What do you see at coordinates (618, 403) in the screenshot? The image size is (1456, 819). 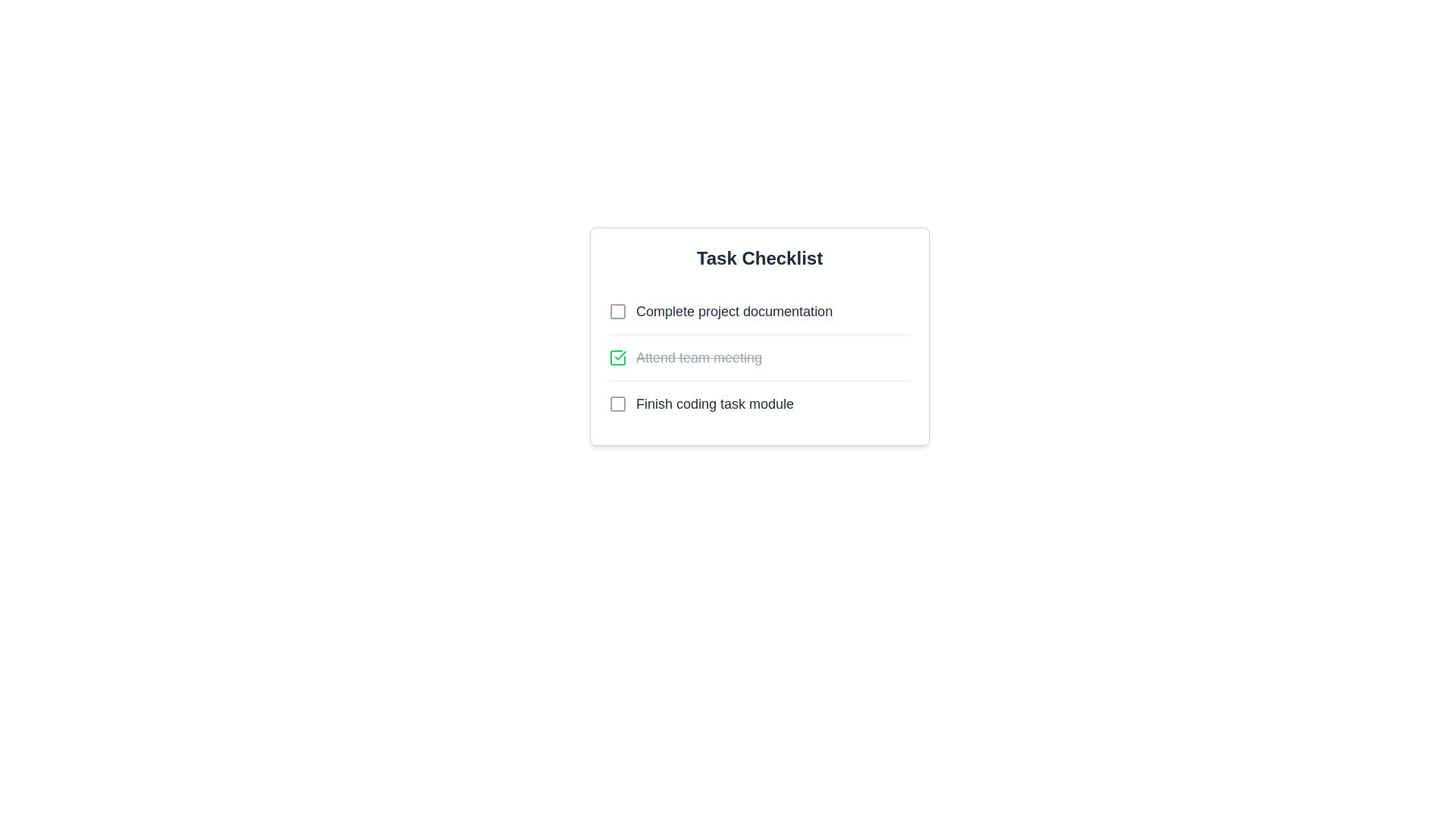 I see `the checkbox adjacent to the text 'Finish coding task module'` at bounding box center [618, 403].